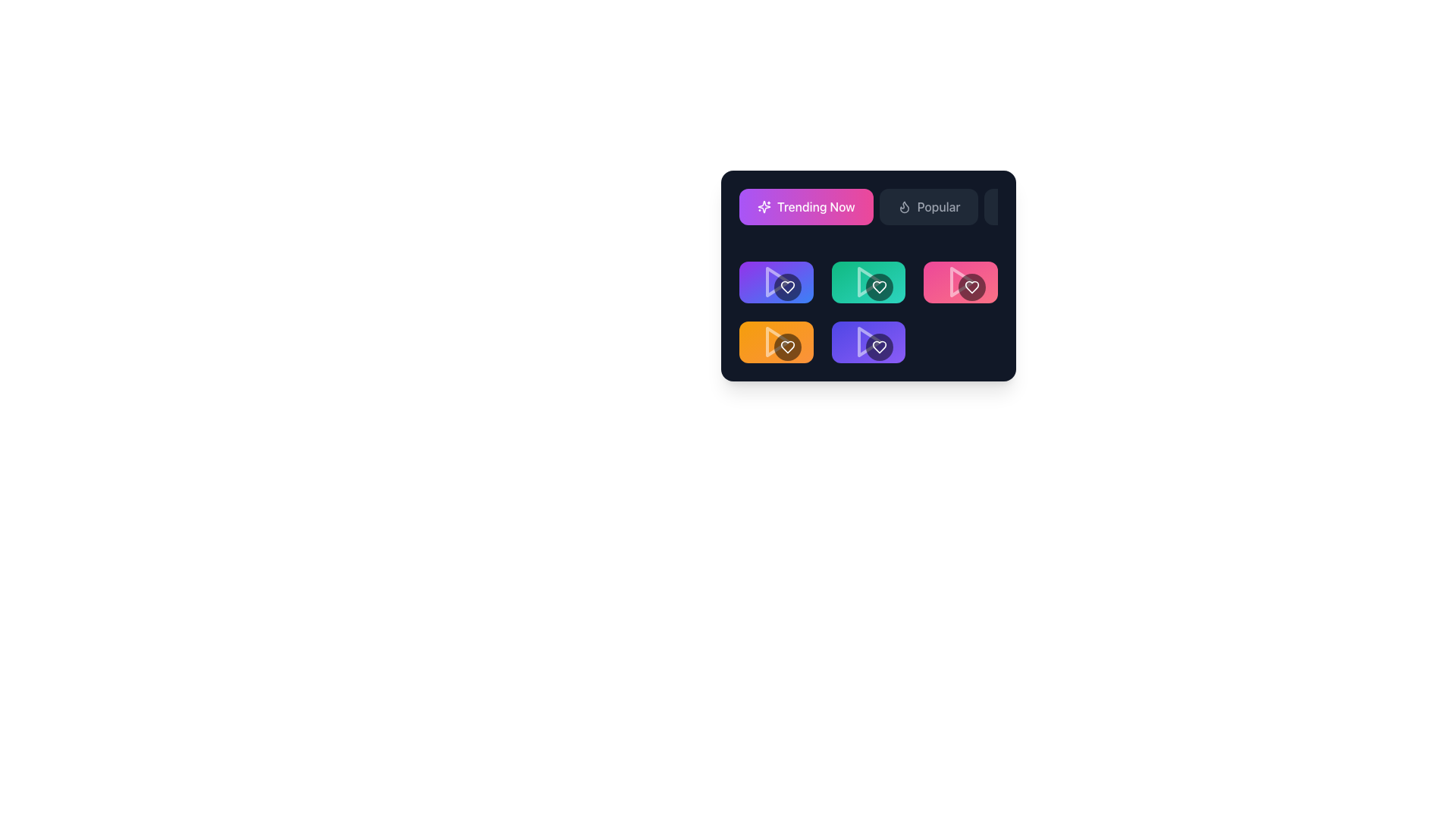 Image resolution: width=1456 pixels, height=819 pixels. Describe the element at coordinates (927, 207) in the screenshot. I see `the 'Popular' button with a flame icon to filter popular content` at that location.